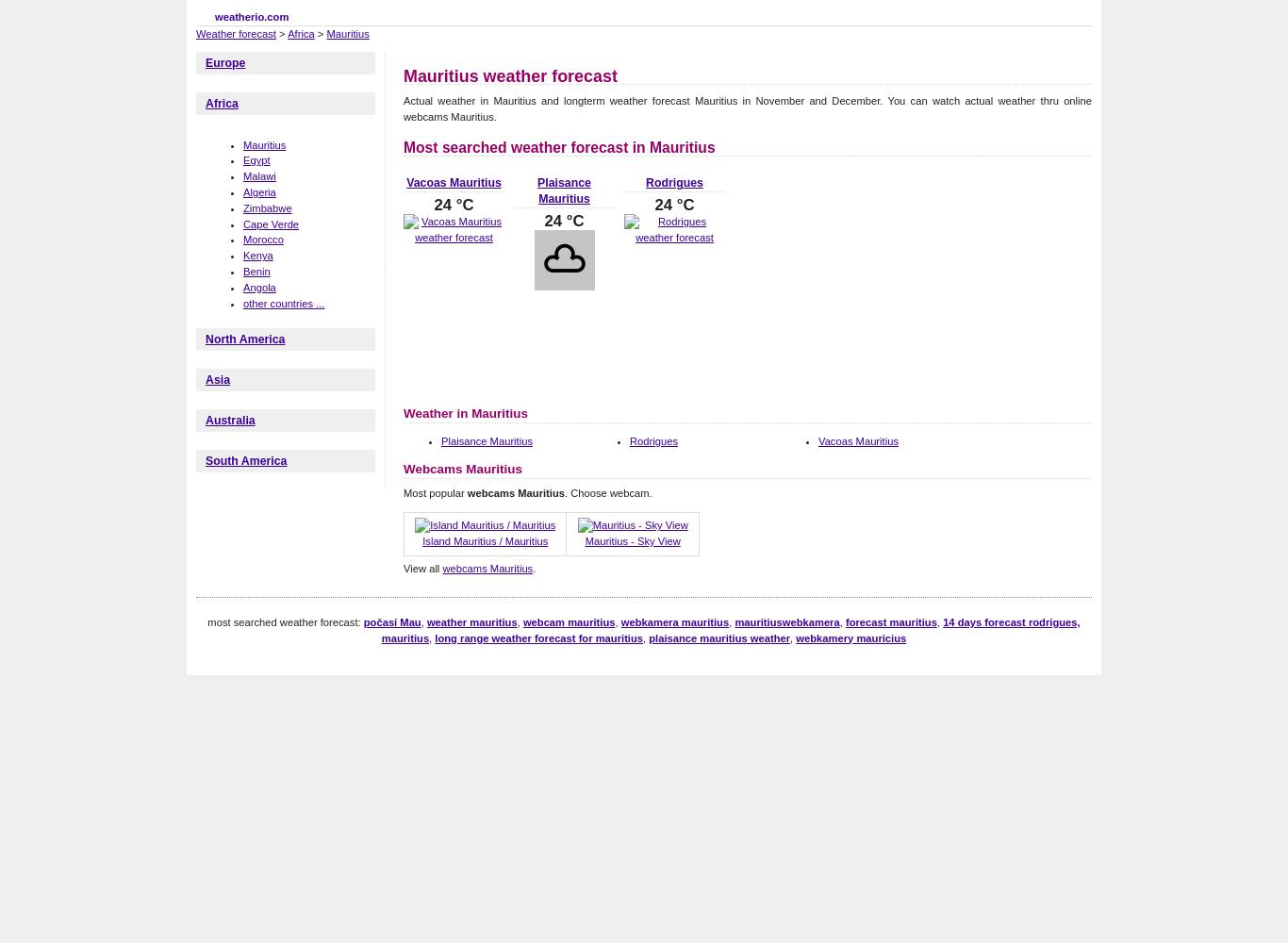 The height and width of the screenshot is (943, 1288). Describe the element at coordinates (195, 33) in the screenshot. I see `'Weather forecast'` at that location.